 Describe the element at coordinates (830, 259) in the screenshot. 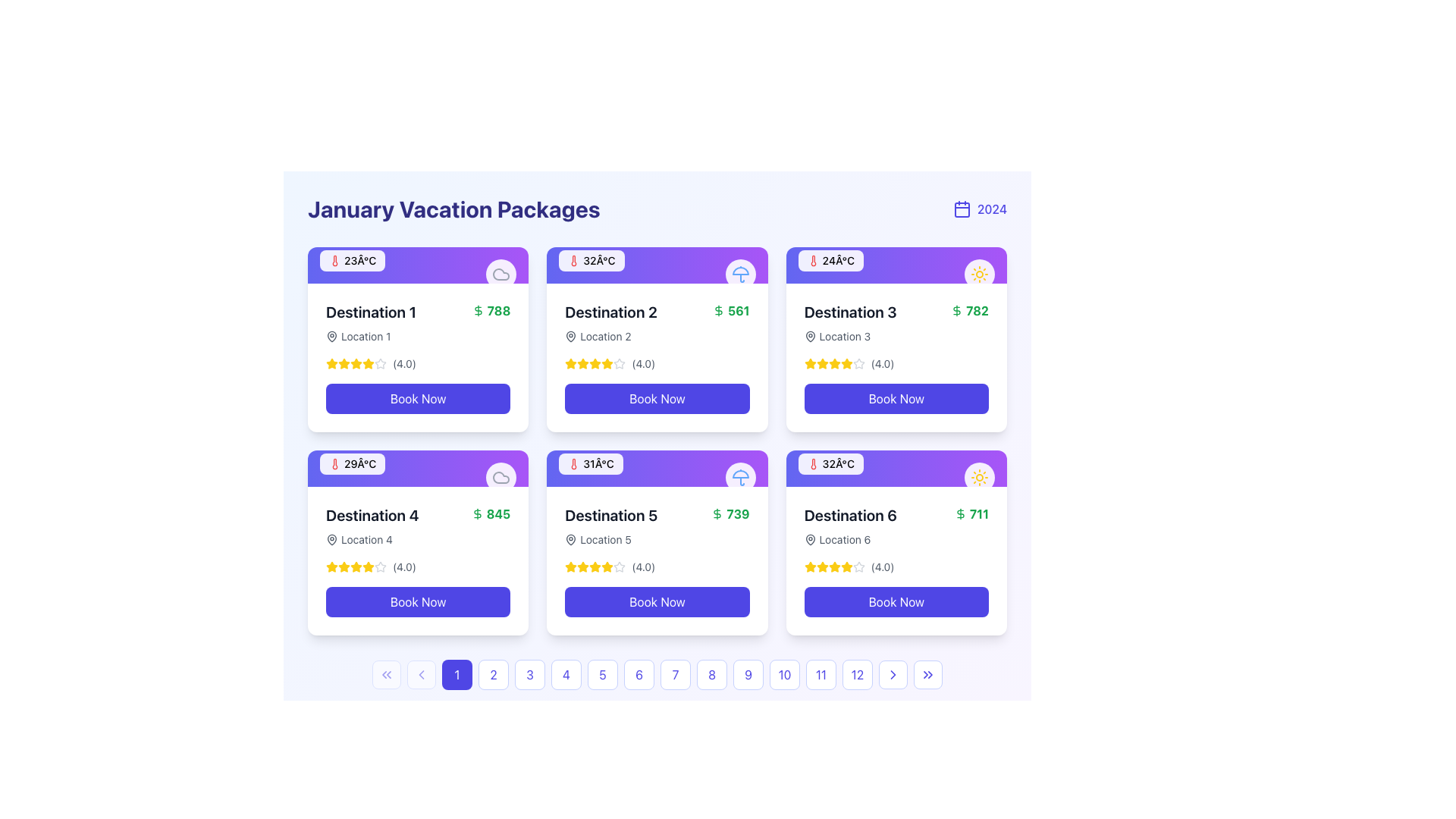

I see `temperature displayed in the badge located at the top-left corner of the card for 'Destination 3', which is positioned beneath the purple top bar` at that location.